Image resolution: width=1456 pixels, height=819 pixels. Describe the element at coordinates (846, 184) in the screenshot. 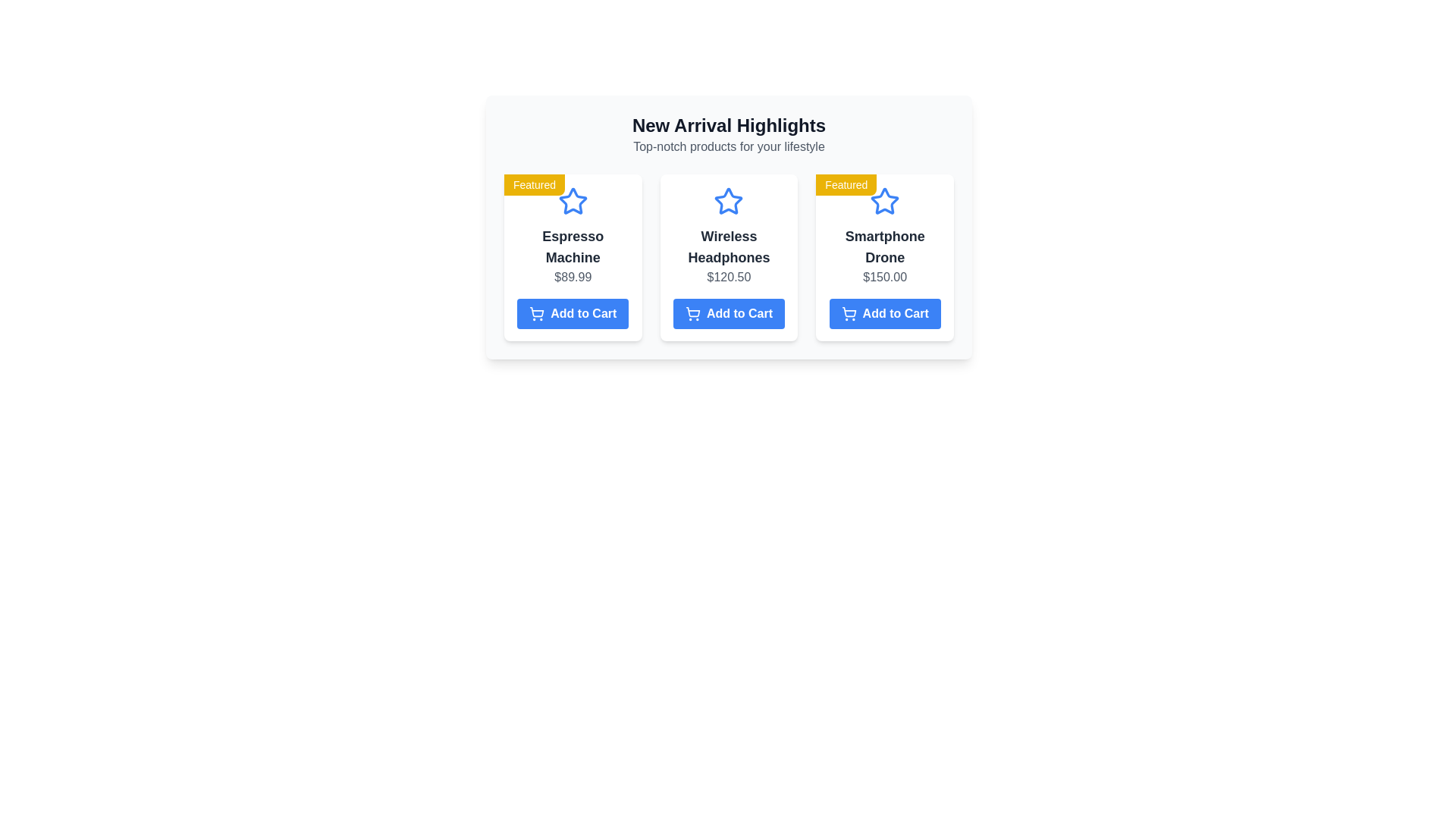

I see `the 'Featured' label of the 'Smartphone Drone' product, which is located at the top-left corner of the item card, above the blue star rating icon and below the title header` at that location.